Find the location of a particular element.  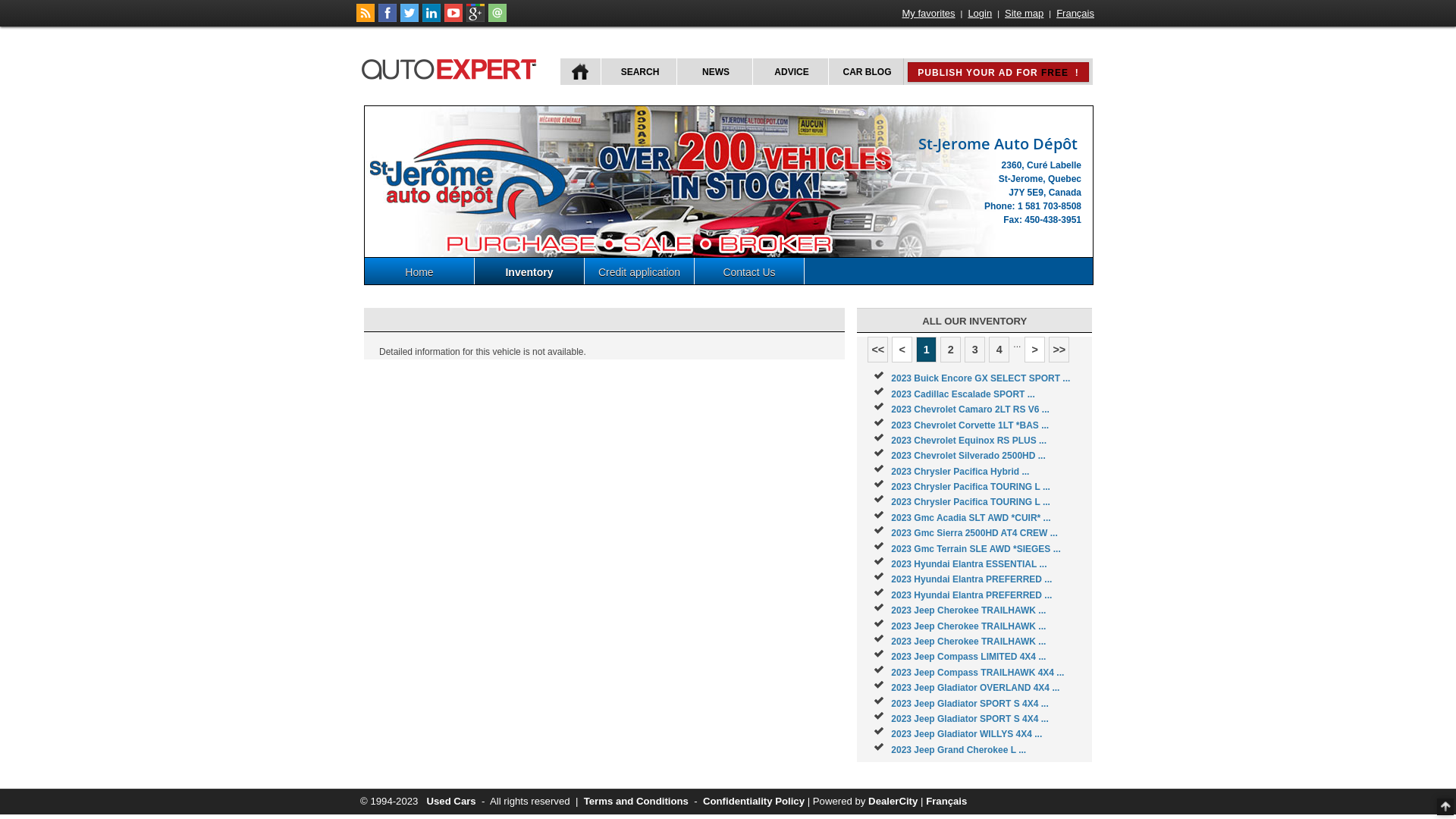

'Follow Publications Le Guide Inc. on LinkedIn' is located at coordinates (431, 18).